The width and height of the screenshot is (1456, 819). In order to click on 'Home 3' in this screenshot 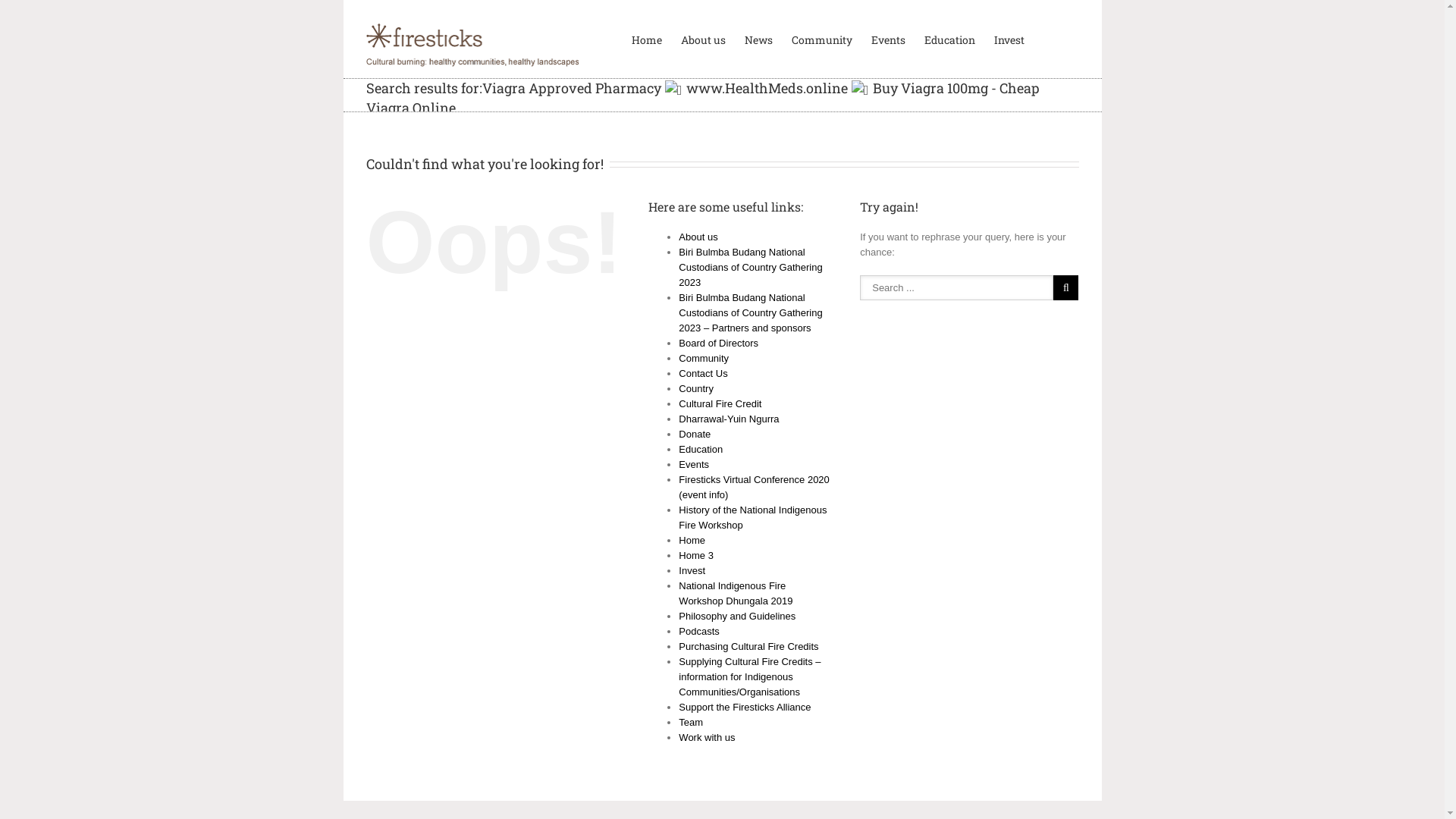, I will do `click(695, 555)`.